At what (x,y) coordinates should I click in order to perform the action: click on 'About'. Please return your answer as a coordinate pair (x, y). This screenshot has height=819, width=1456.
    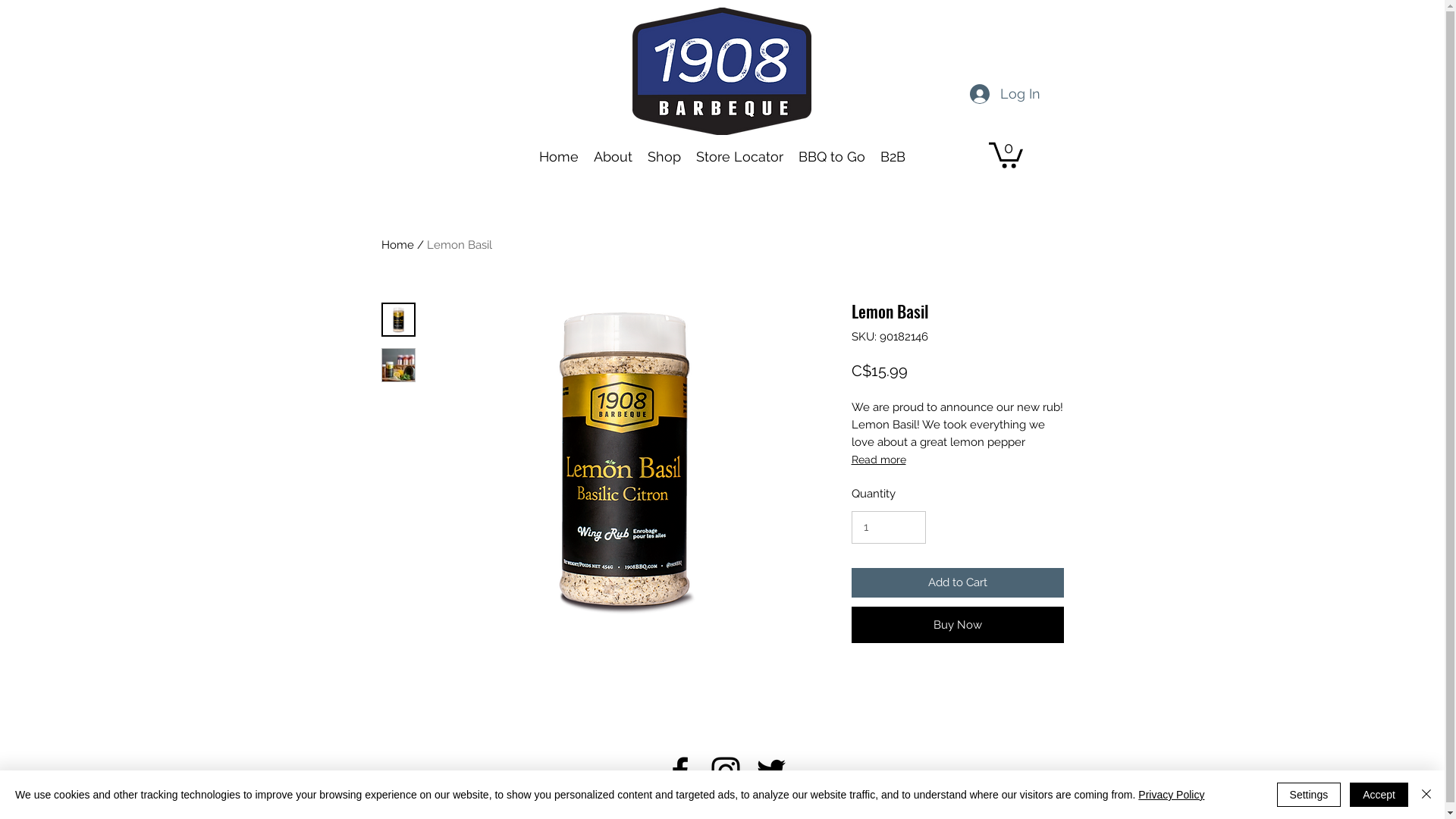
    Looking at the image, I should click on (585, 157).